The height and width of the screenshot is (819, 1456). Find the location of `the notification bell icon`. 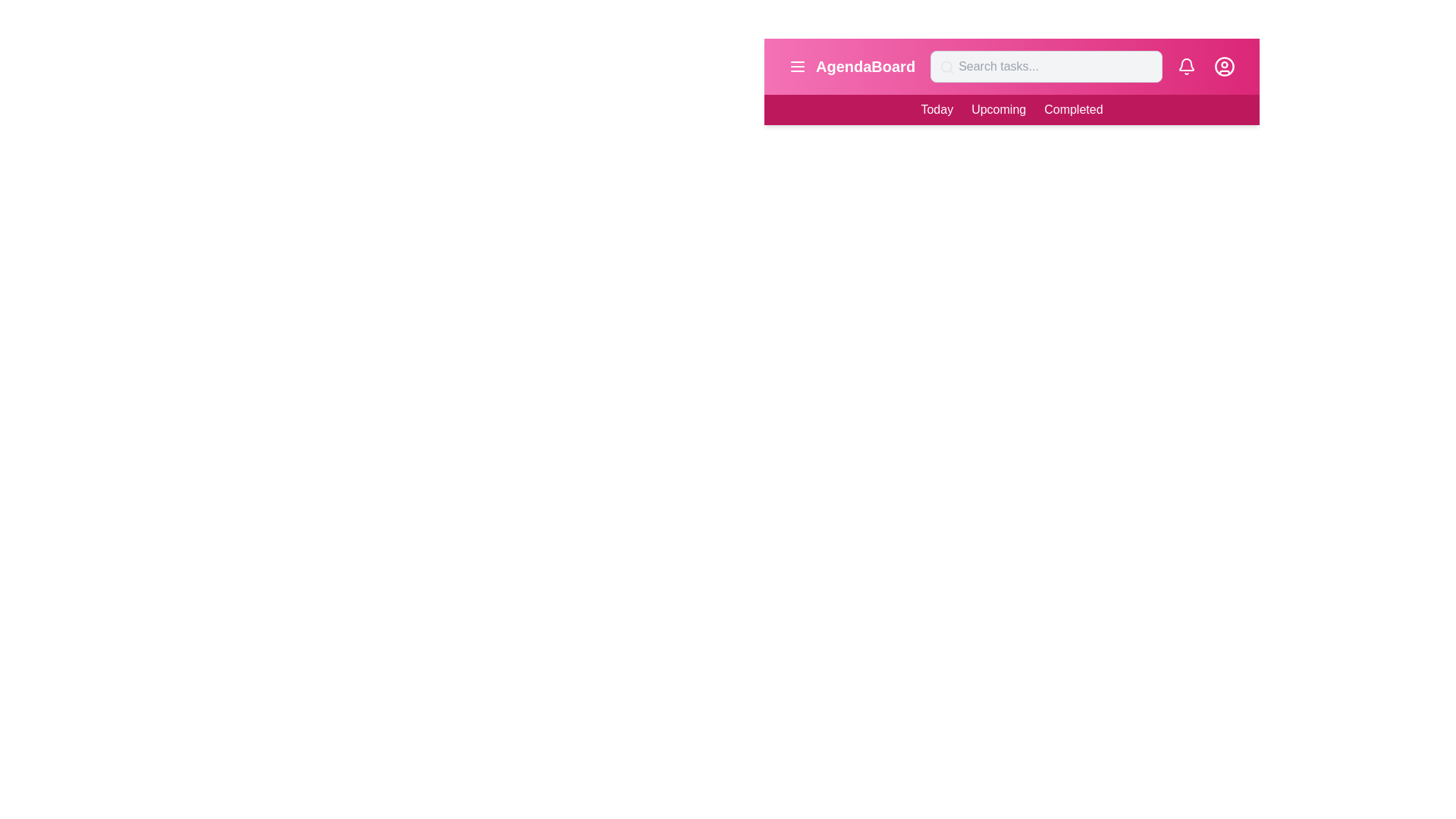

the notification bell icon is located at coordinates (1185, 66).